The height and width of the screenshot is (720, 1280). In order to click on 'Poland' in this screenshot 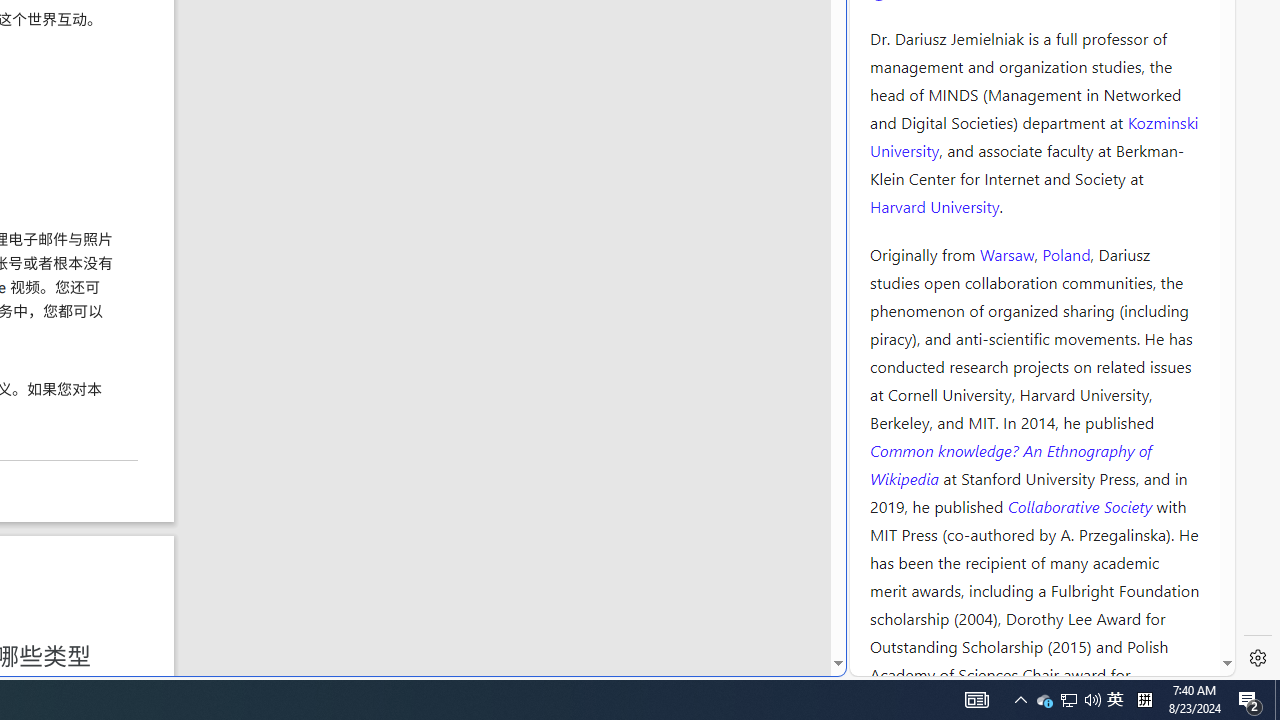, I will do `click(1065, 252)`.